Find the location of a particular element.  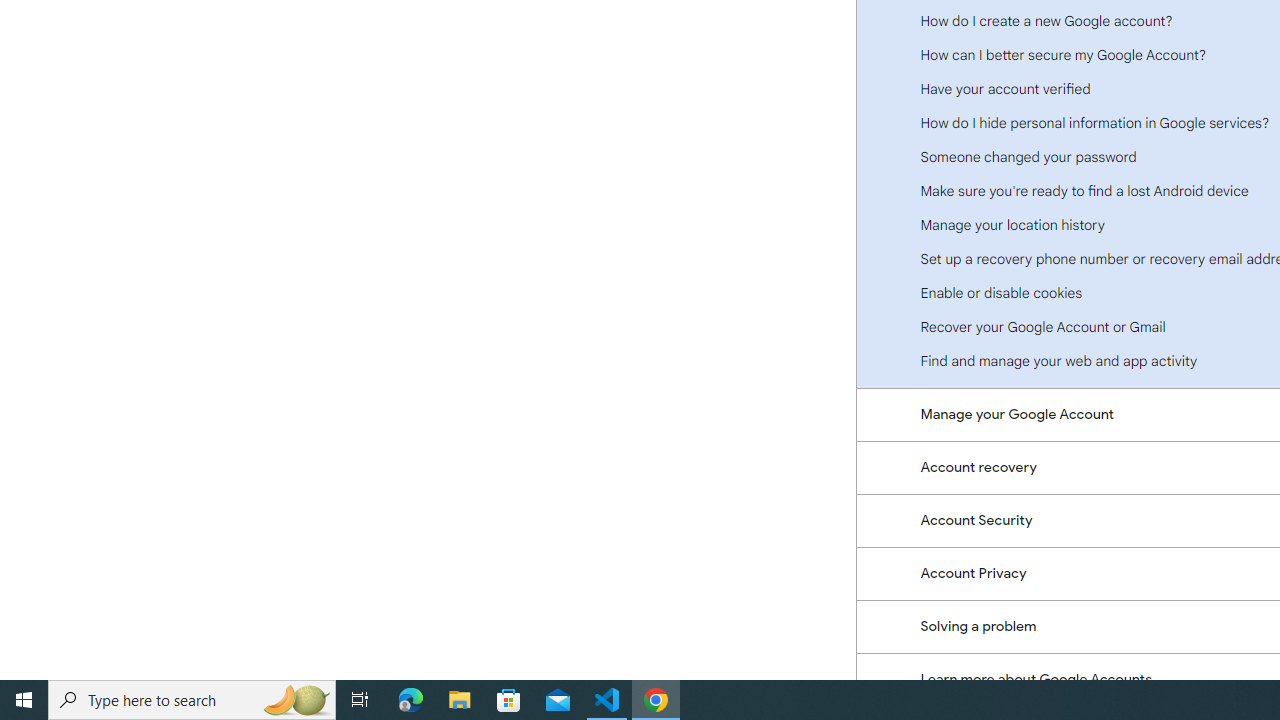

'Search highlights icon opens search home window' is located at coordinates (294, 698).